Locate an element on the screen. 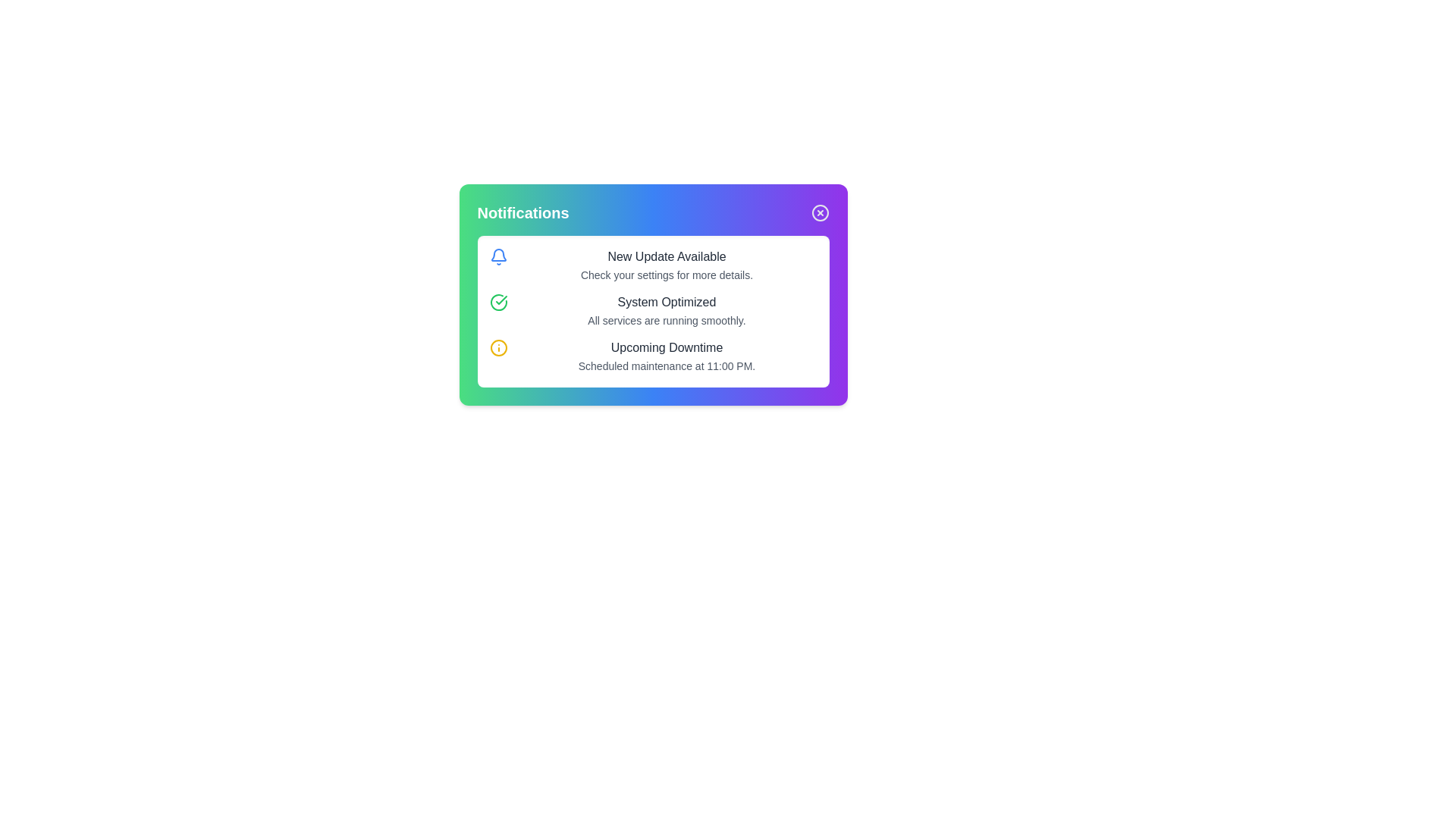  the information icon, which is a circular yellow outlined icon with a vertical line, located to the left of the text 'Upcoming Downtime' is located at coordinates (498, 348).